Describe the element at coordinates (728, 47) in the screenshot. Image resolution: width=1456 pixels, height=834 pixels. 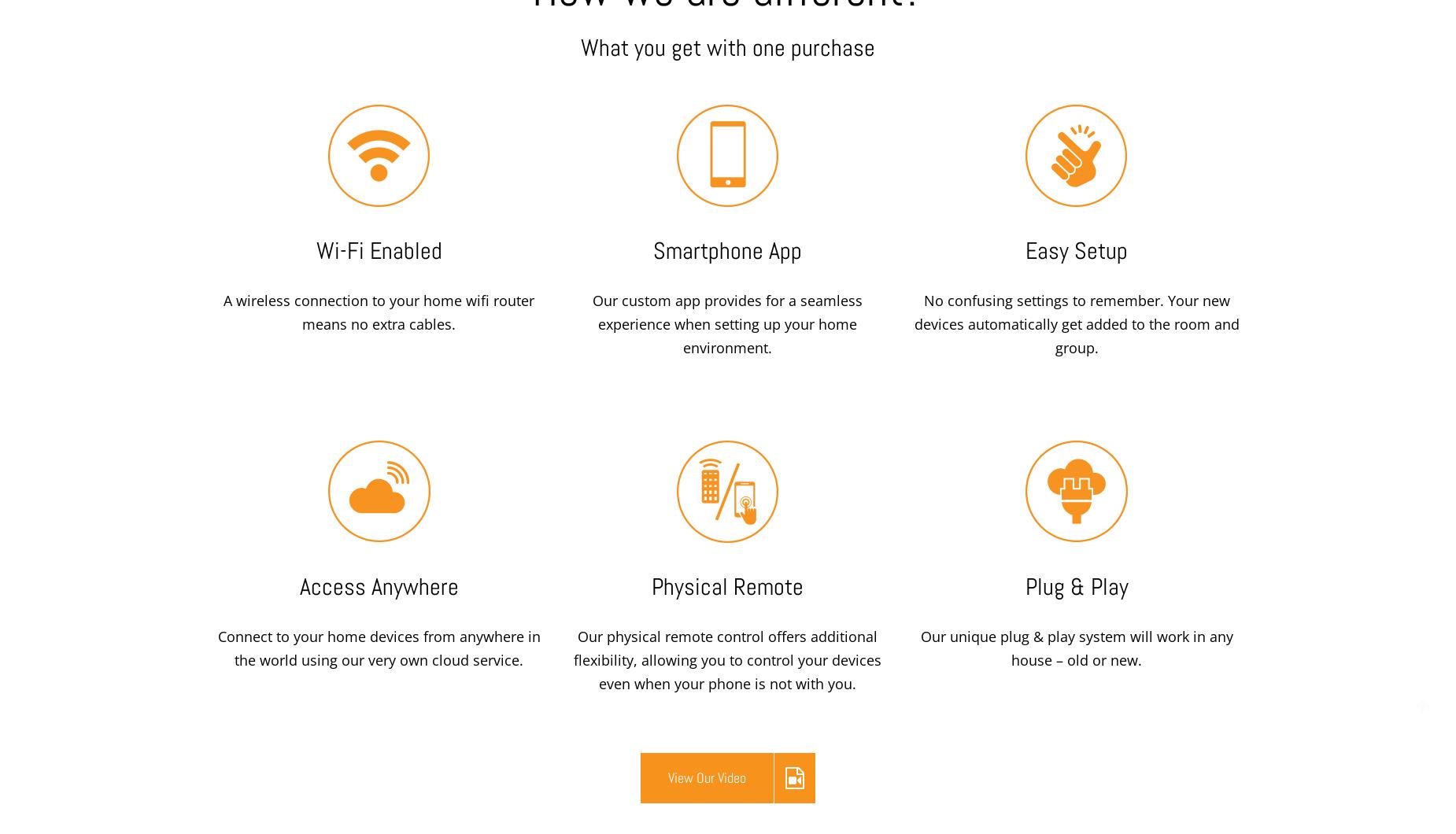
I see `'What you get with one purchase'` at that location.